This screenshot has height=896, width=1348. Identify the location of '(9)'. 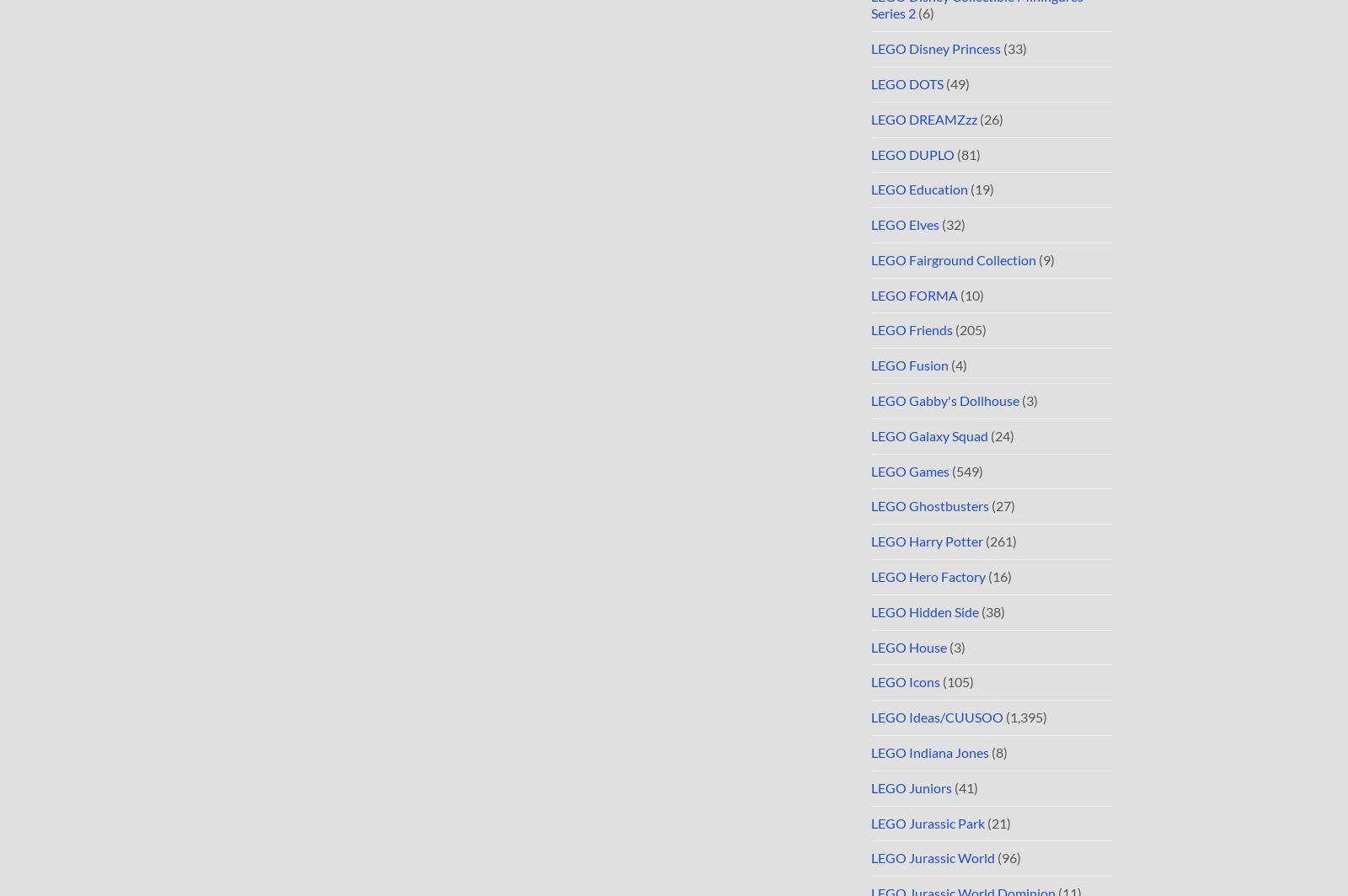
(1044, 259).